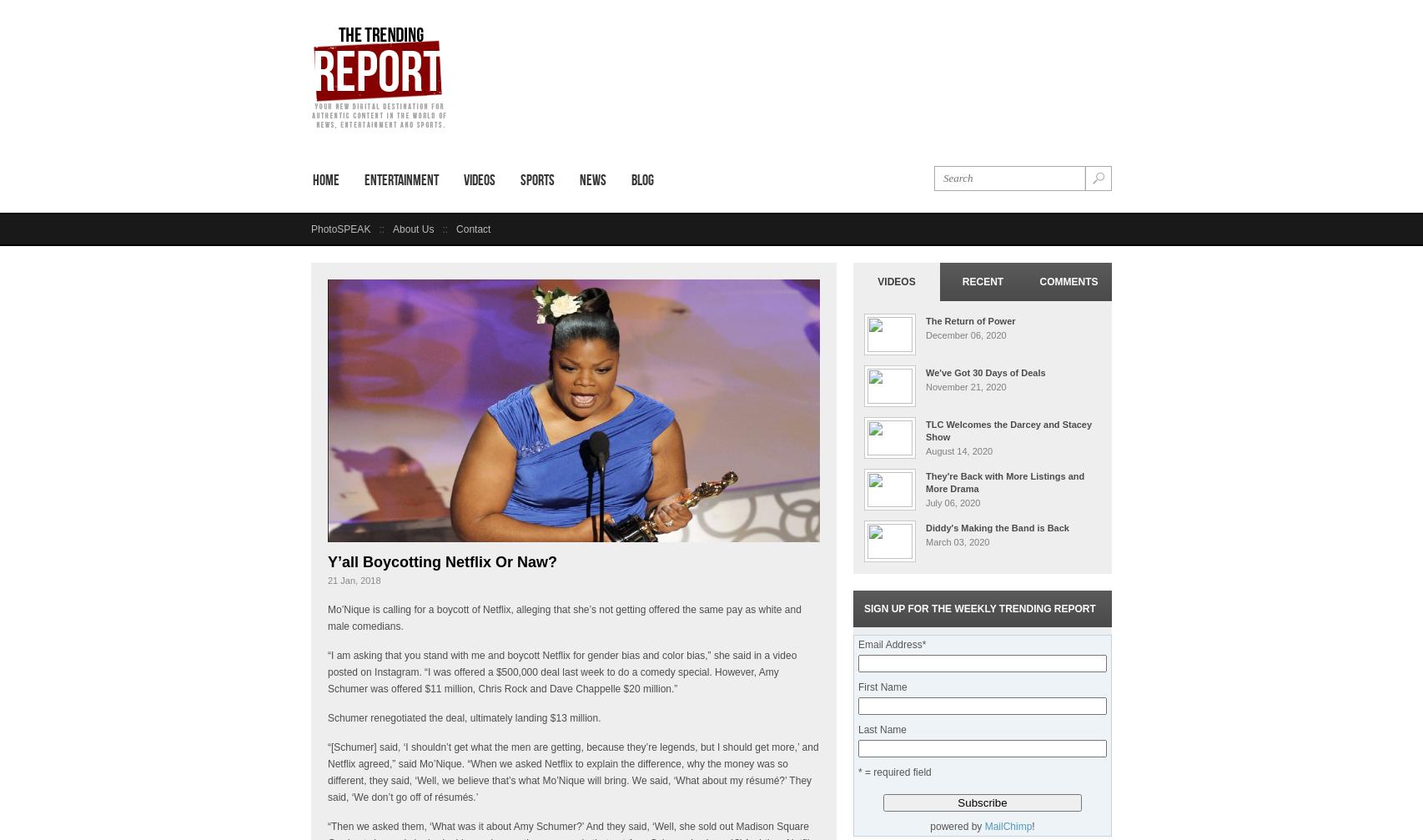  I want to click on 'Diddy's Making the Band is Back', so click(997, 527).